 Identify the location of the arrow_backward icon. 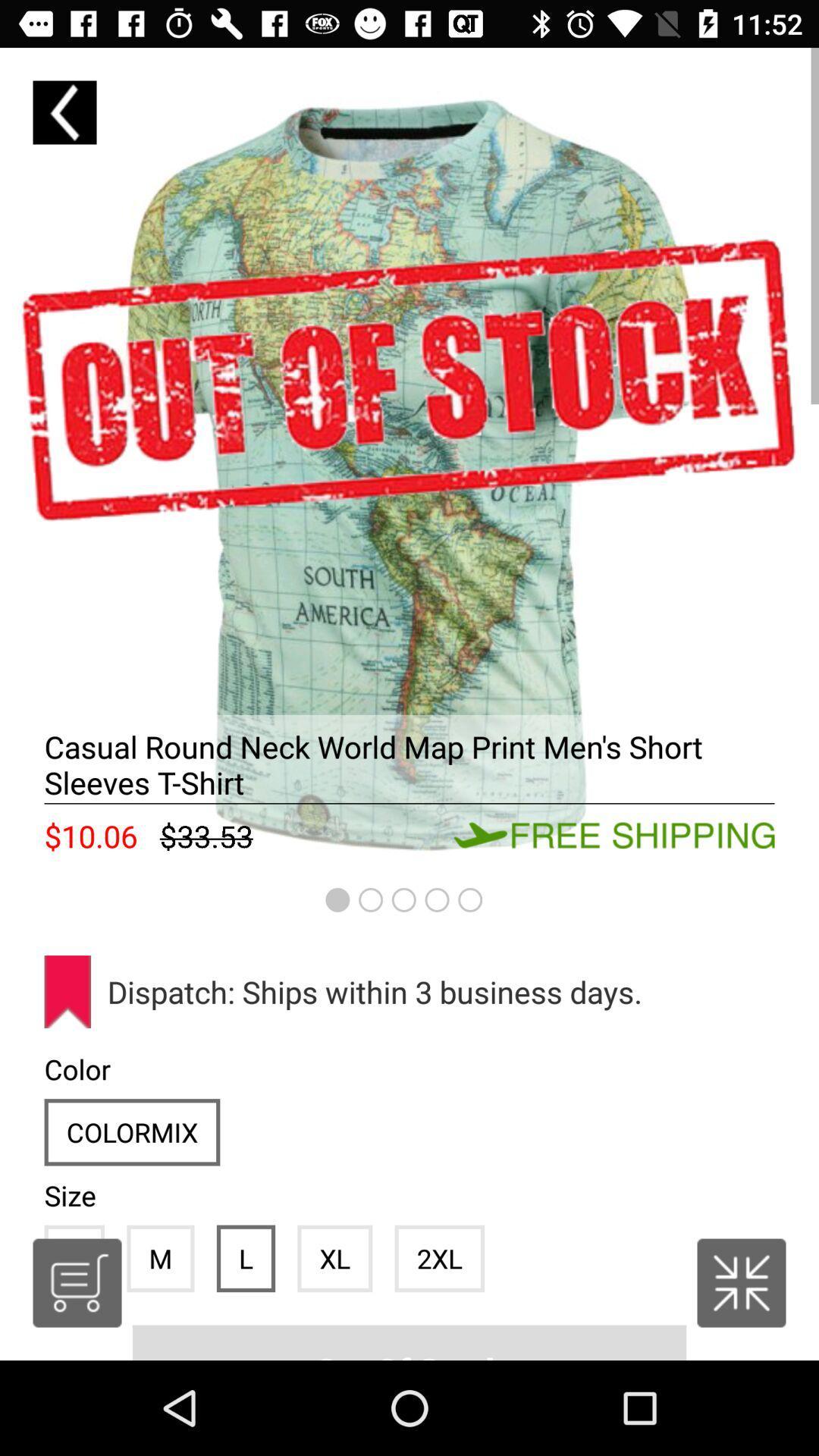
(64, 111).